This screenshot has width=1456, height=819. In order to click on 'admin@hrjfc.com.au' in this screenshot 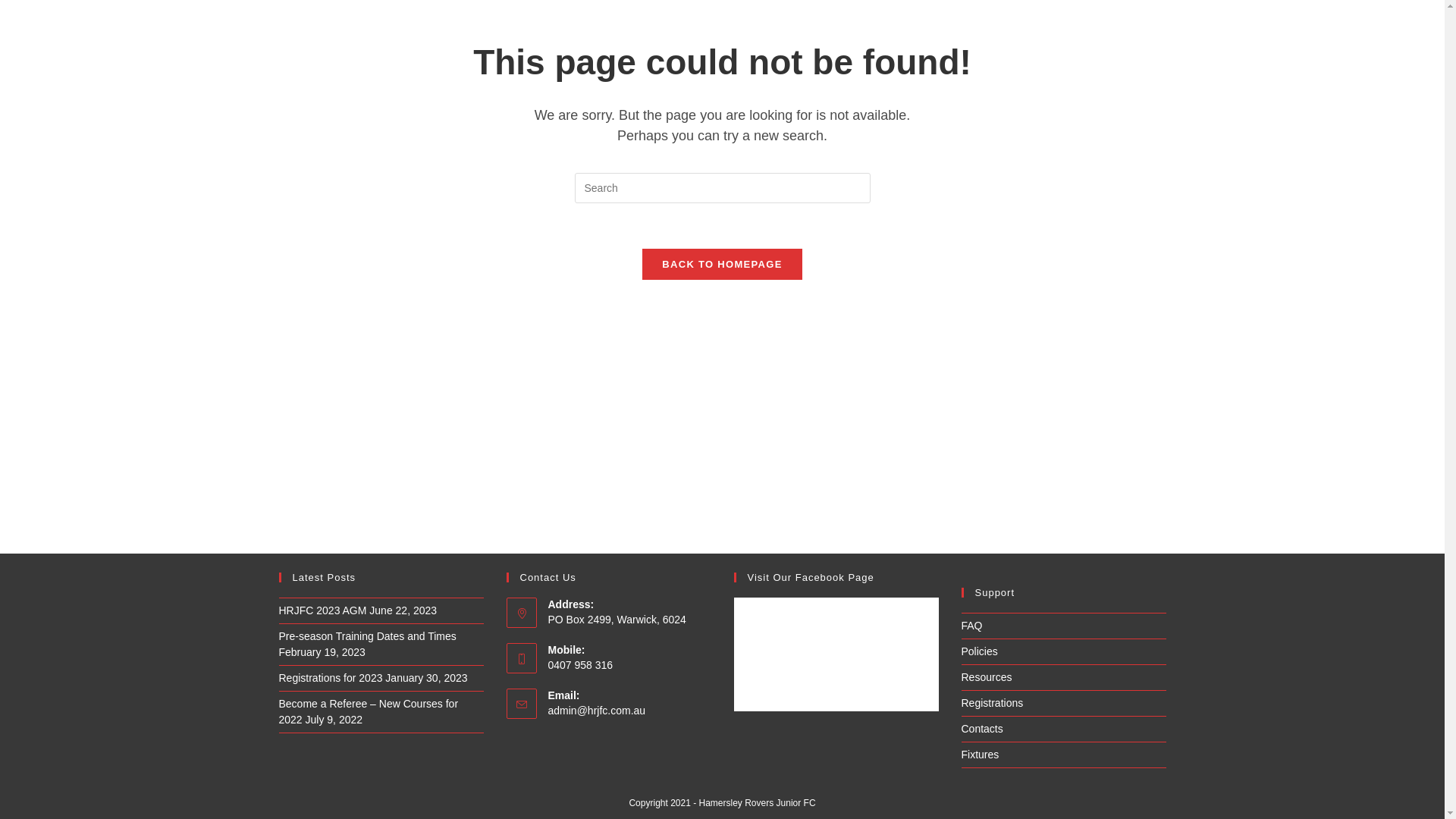, I will do `click(546, 711)`.